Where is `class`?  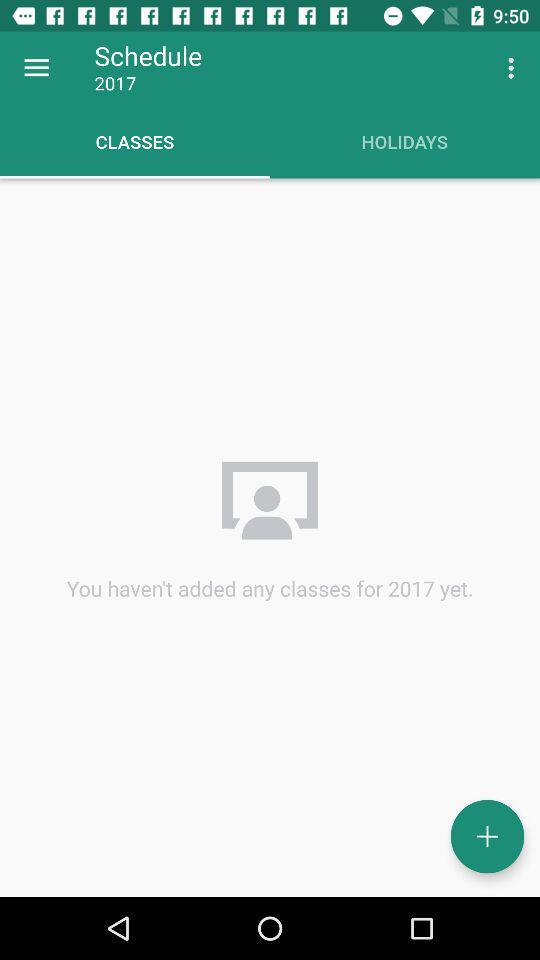 class is located at coordinates (486, 836).